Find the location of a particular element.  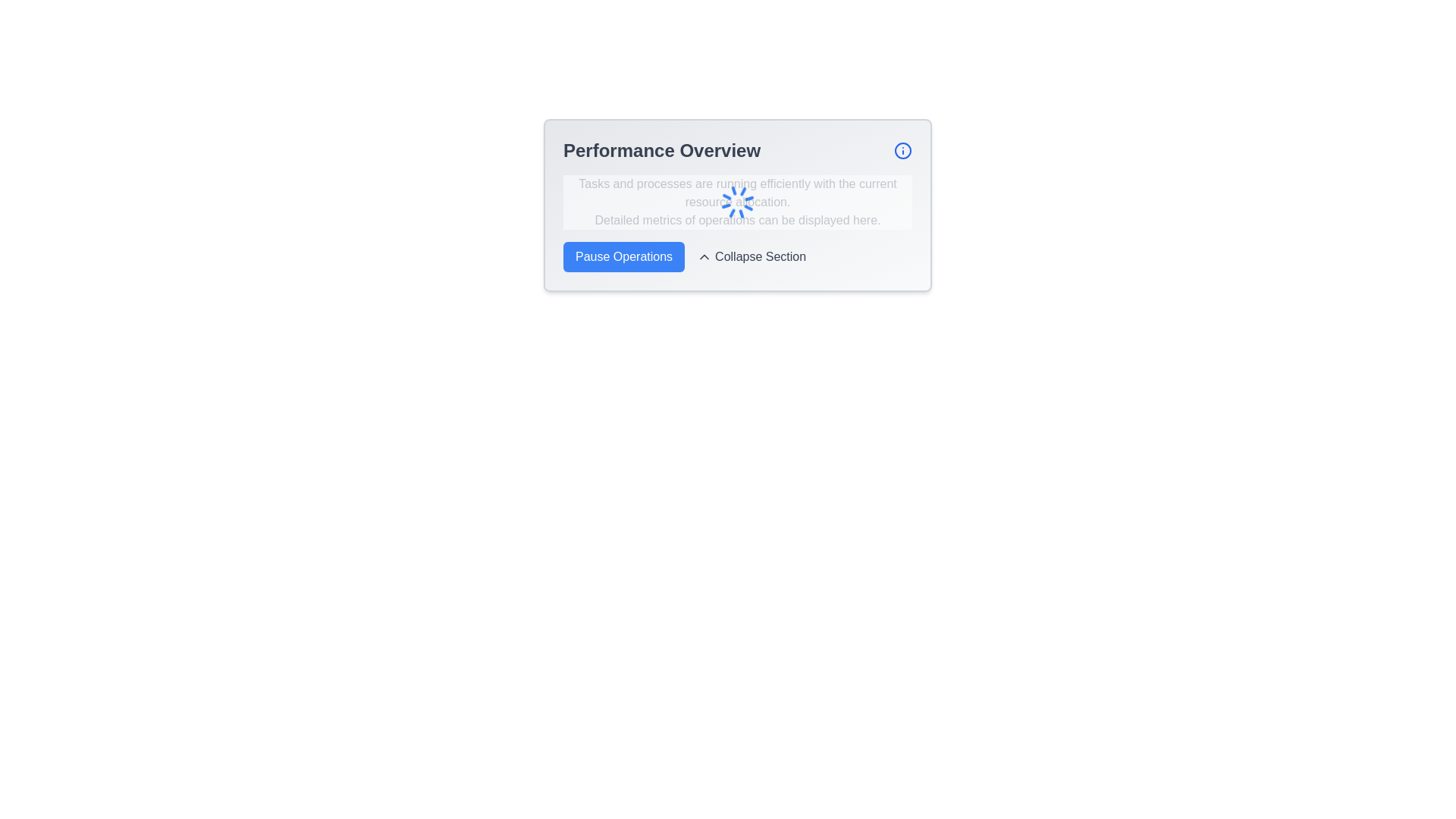

the collapse/minimize button located immediately to the right of the blue 'Pause Operations' button is located at coordinates (752, 256).